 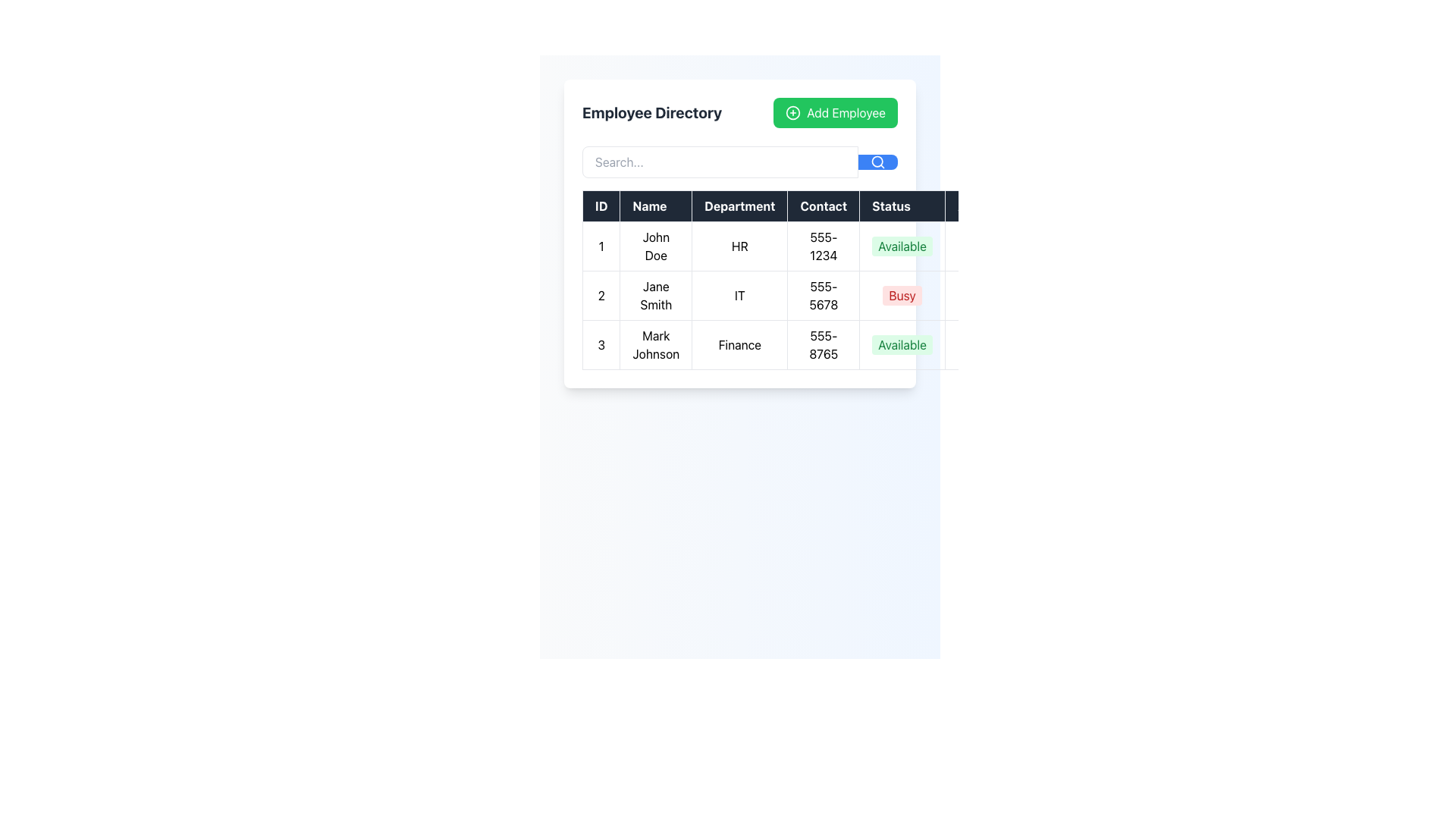 I want to click on the text label displaying 'John Doe', which is styled with centered alignment and surrounded by a border, located in the 'Name' column of the table, positioned between ID number '1' and department 'HR', so click(x=656, y=245).